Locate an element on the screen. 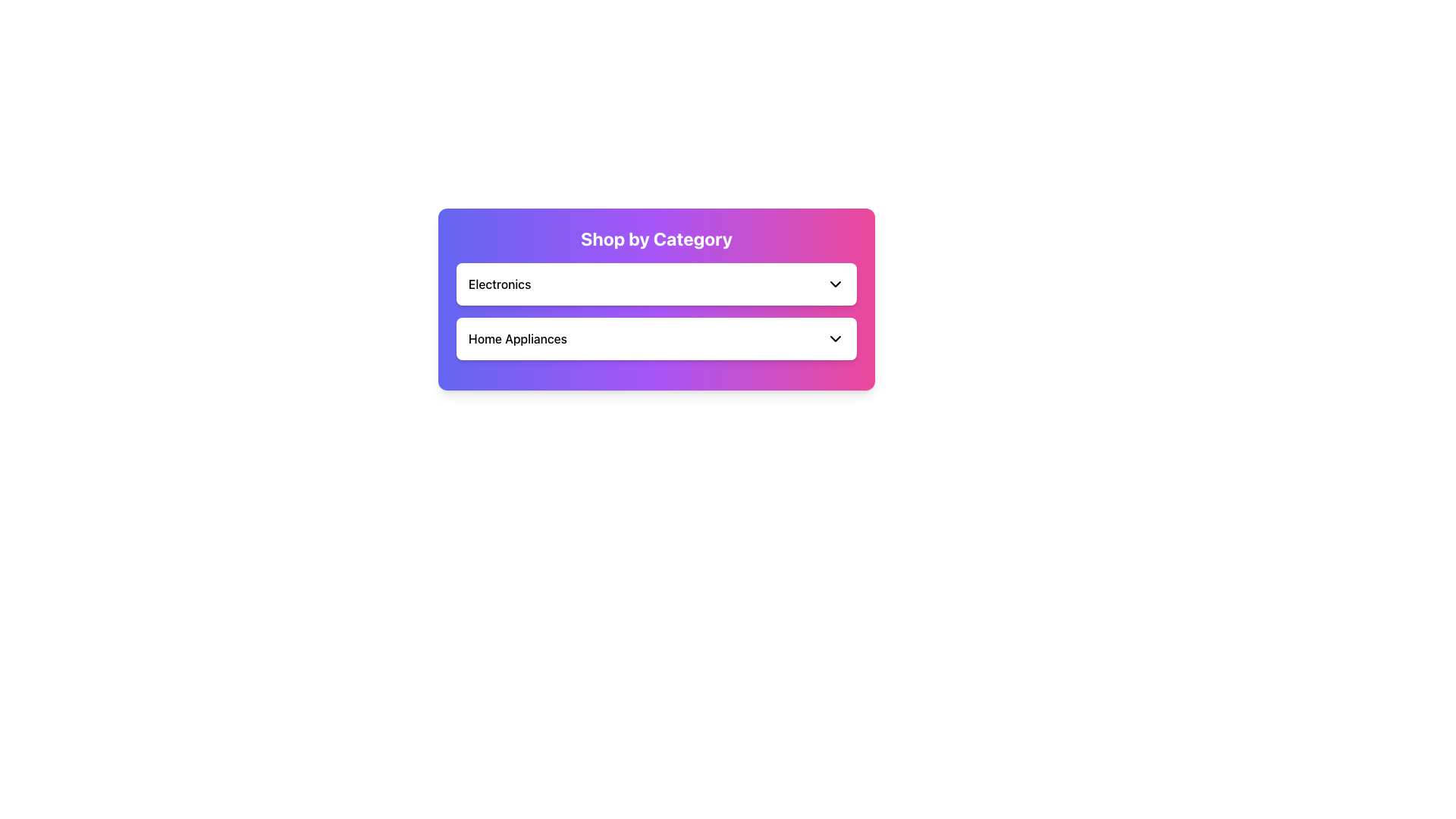  the 'Home Appliances' Dropdown trigger button to prepare for keyboard interaction is located at coordinates (656, 338).